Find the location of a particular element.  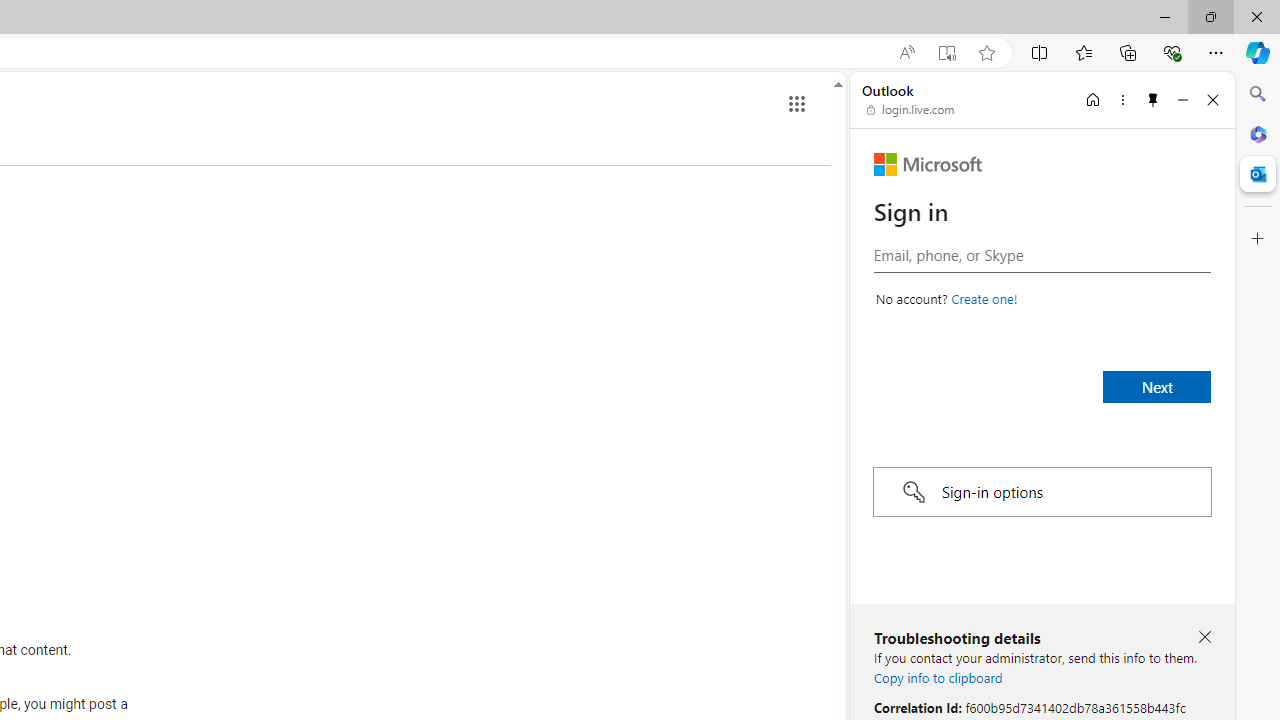

'Create a Microsoft account' is located at coordinates (984, 298).